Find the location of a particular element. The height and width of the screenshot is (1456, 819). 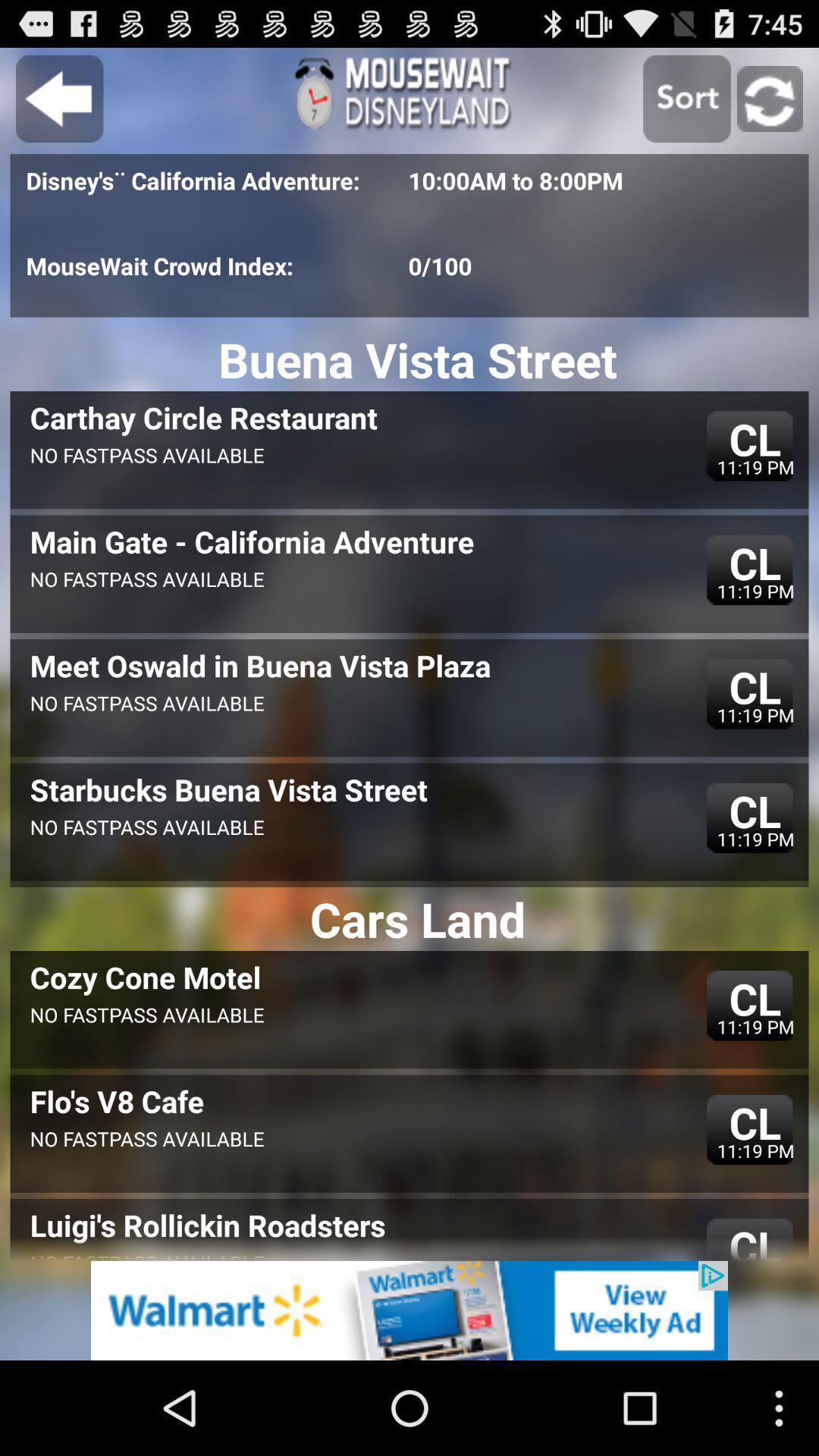

the refresh icon is located at coordinates (770, 105).